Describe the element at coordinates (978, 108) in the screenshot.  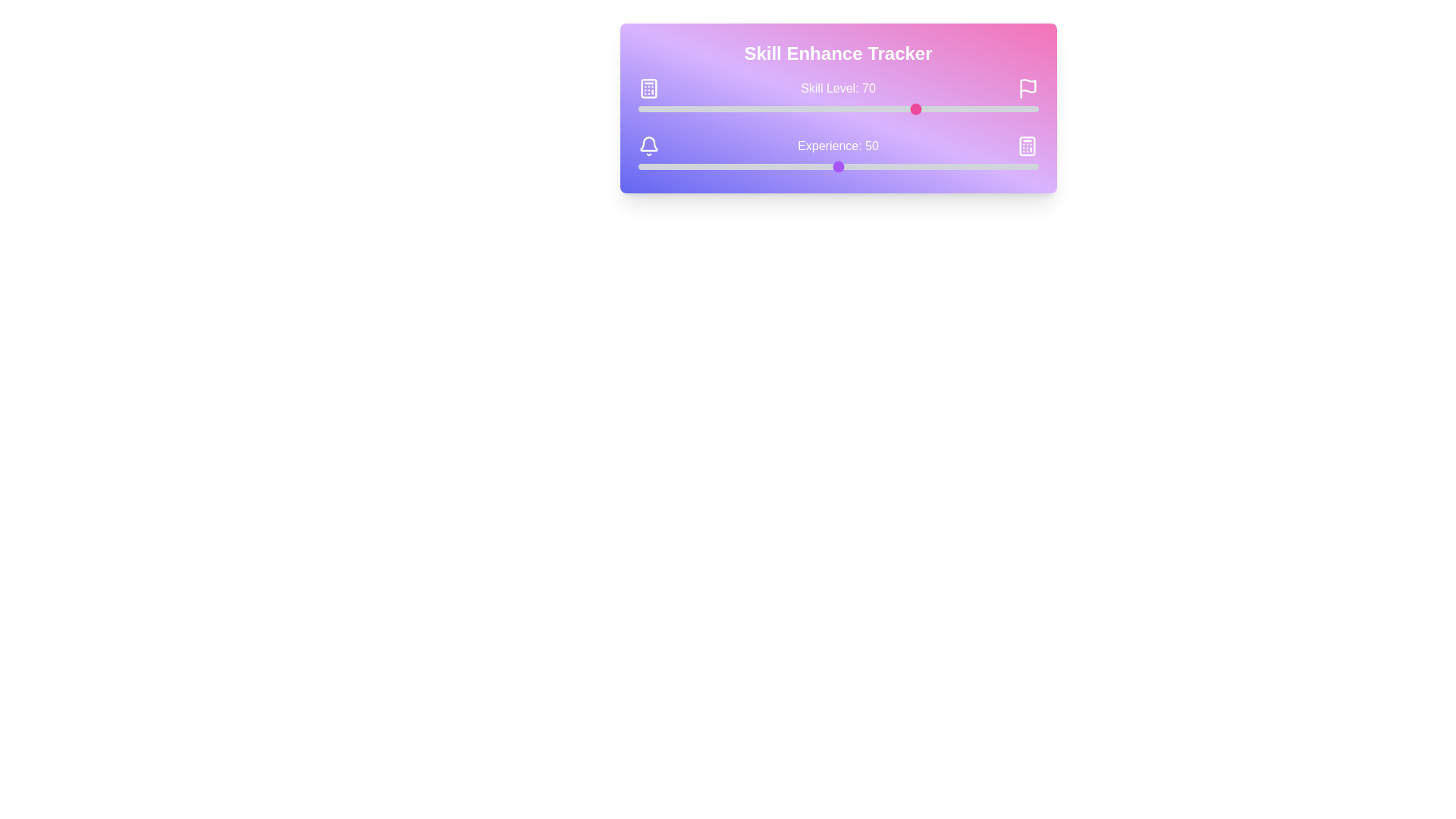
I see `the skill level slider to 85` at that location.